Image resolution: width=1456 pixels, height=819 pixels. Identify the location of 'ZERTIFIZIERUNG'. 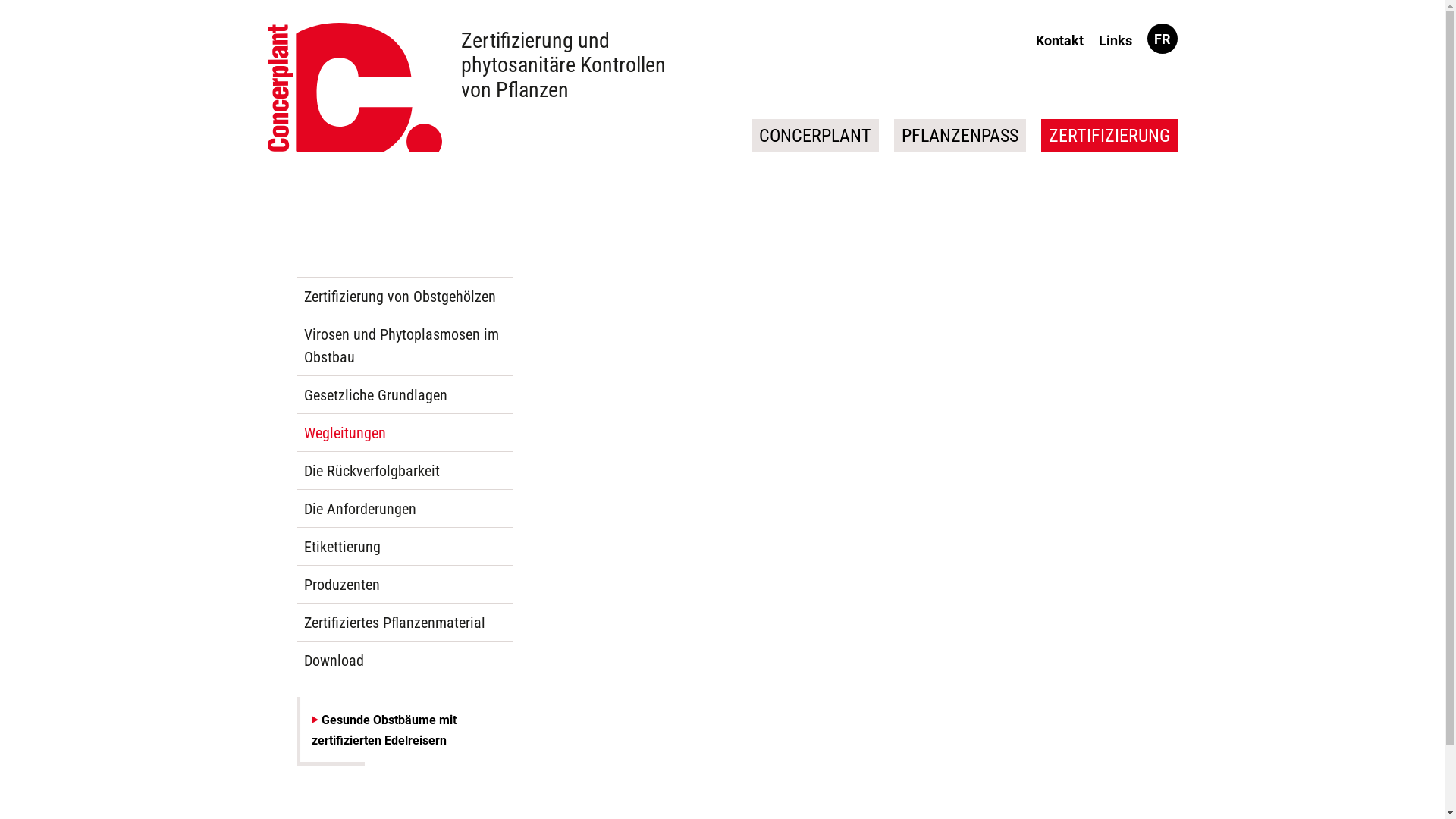
(1040, 134).